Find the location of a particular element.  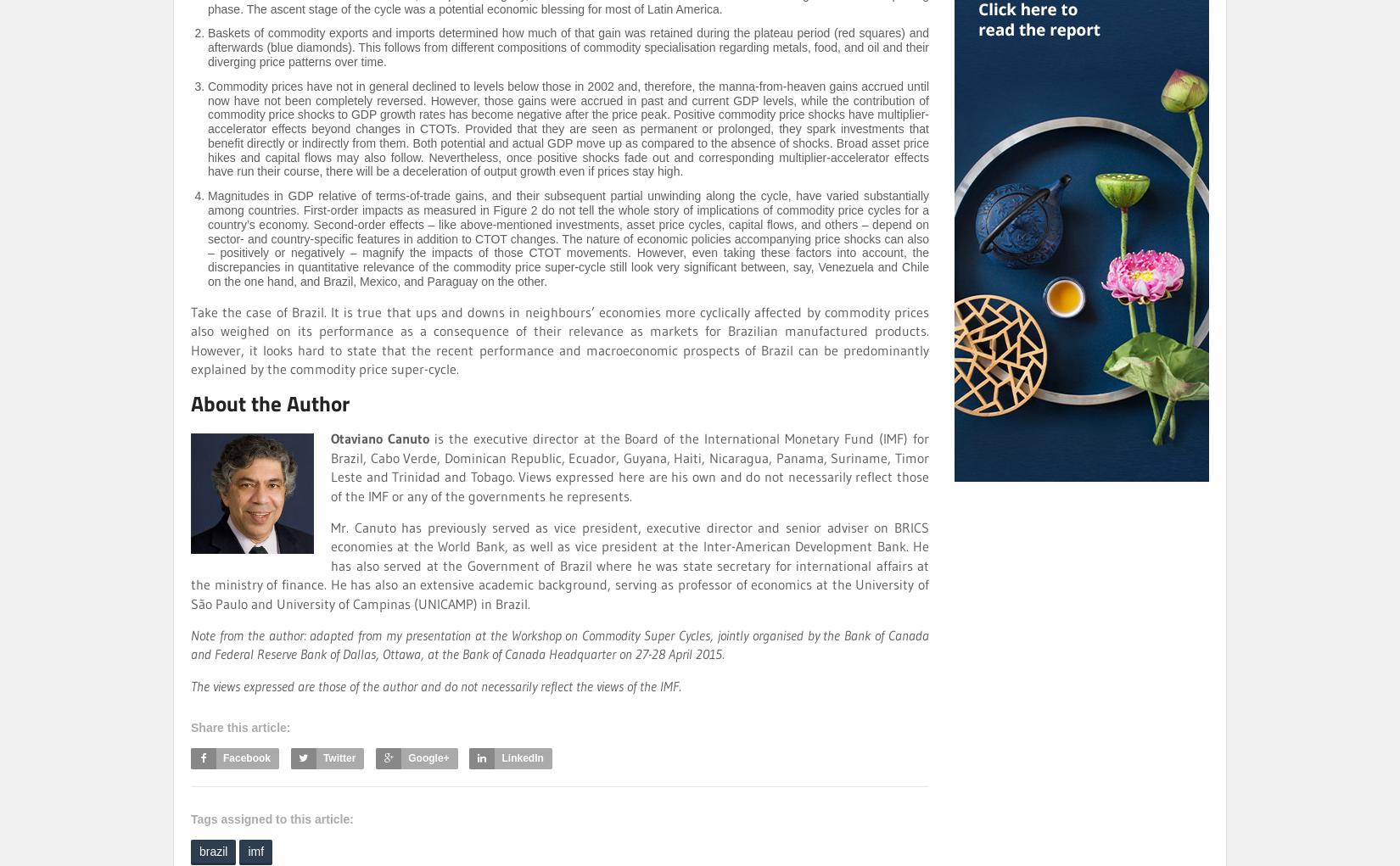

'Mr. Canuto has previously served as vice president, executive director and senior adviser on BRICS economies at the World Bank, as well as vice president at the Inter-American Development Bank. He has also served at the Government of Brazil where he was state secretary for international affairs at the ministry of finance. He has also an extensive academic background, serving as professor of economics at the University of São Paulo and University of Campinas (UNICAMP) in Brazil.' is located at coordinates (191, 563).